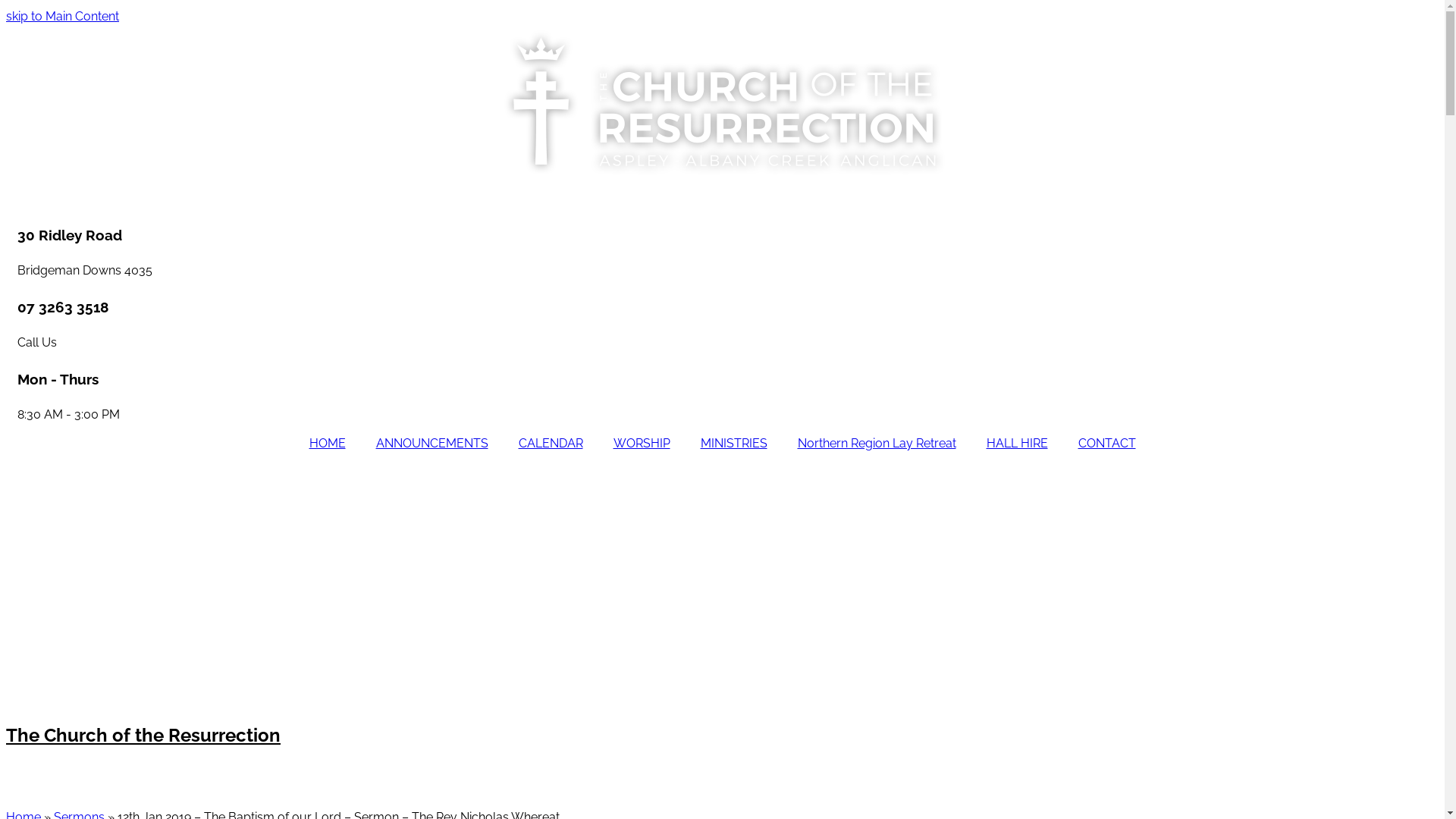 This screenshot has width=1456, height=819. What do you see at coordinates (641, 444) in the screenshot?
I see `'WORSHIP'` at bounding box center [641, 444].